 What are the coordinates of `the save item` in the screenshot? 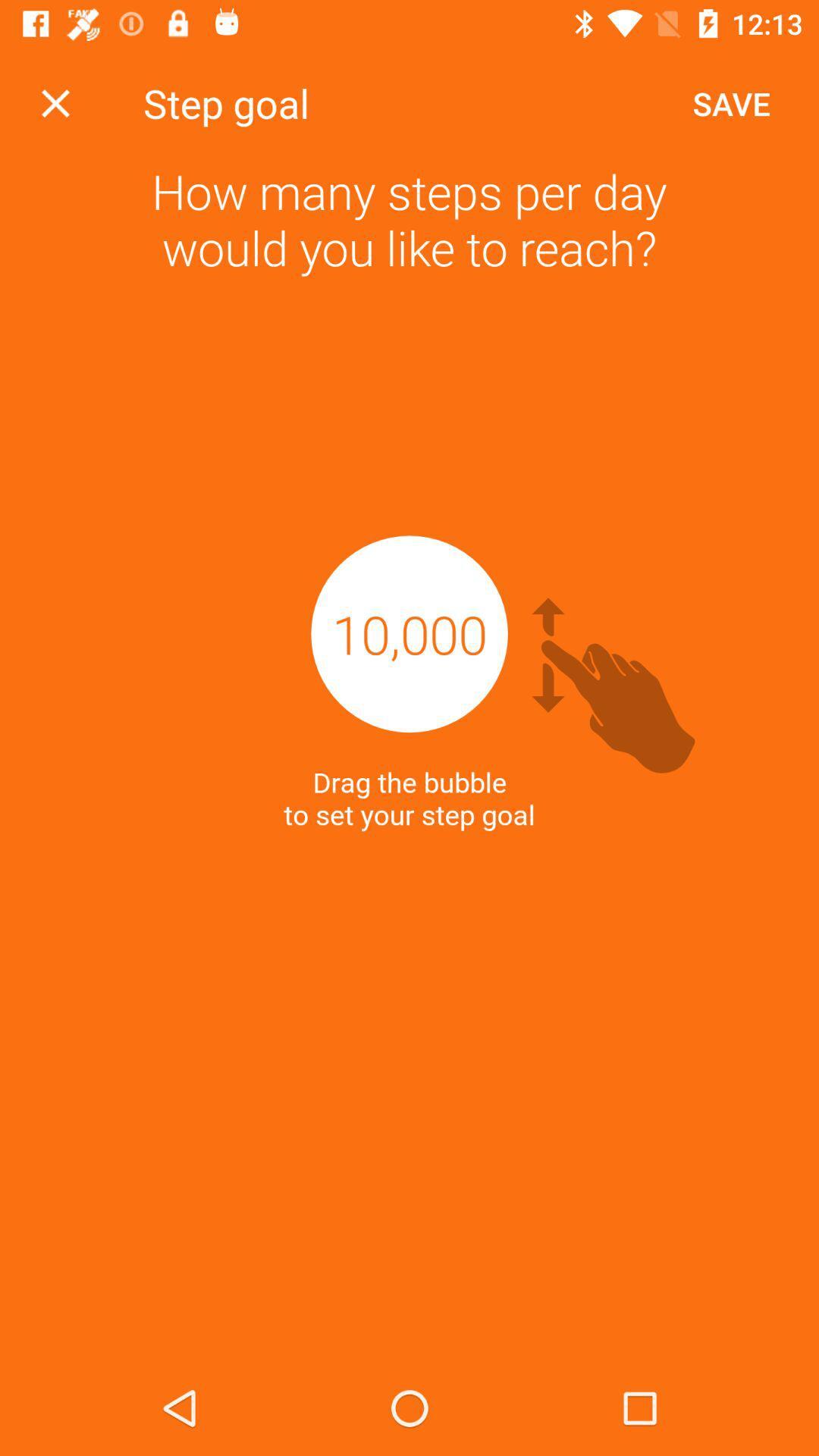 It's located at (730, 102).